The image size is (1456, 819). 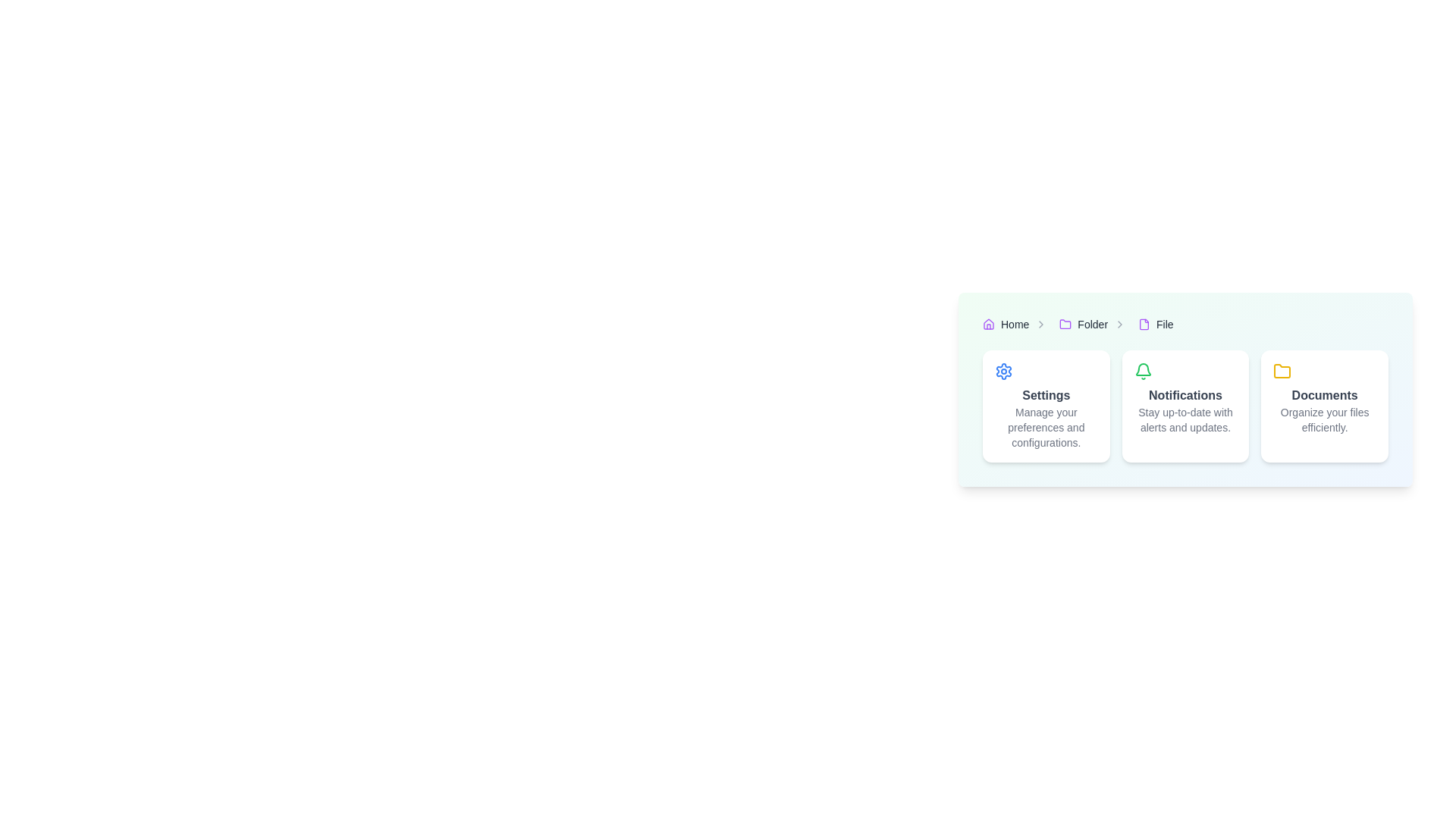 What do you see at coordinates (1143, 371) in the screenshot?
I see `the bell notification icon, which is a green-colored, thin-outlined bell symbol located within the 'Notifications' card in the middle of three horizontally arranged cards` at bounding box center [1143, 371].